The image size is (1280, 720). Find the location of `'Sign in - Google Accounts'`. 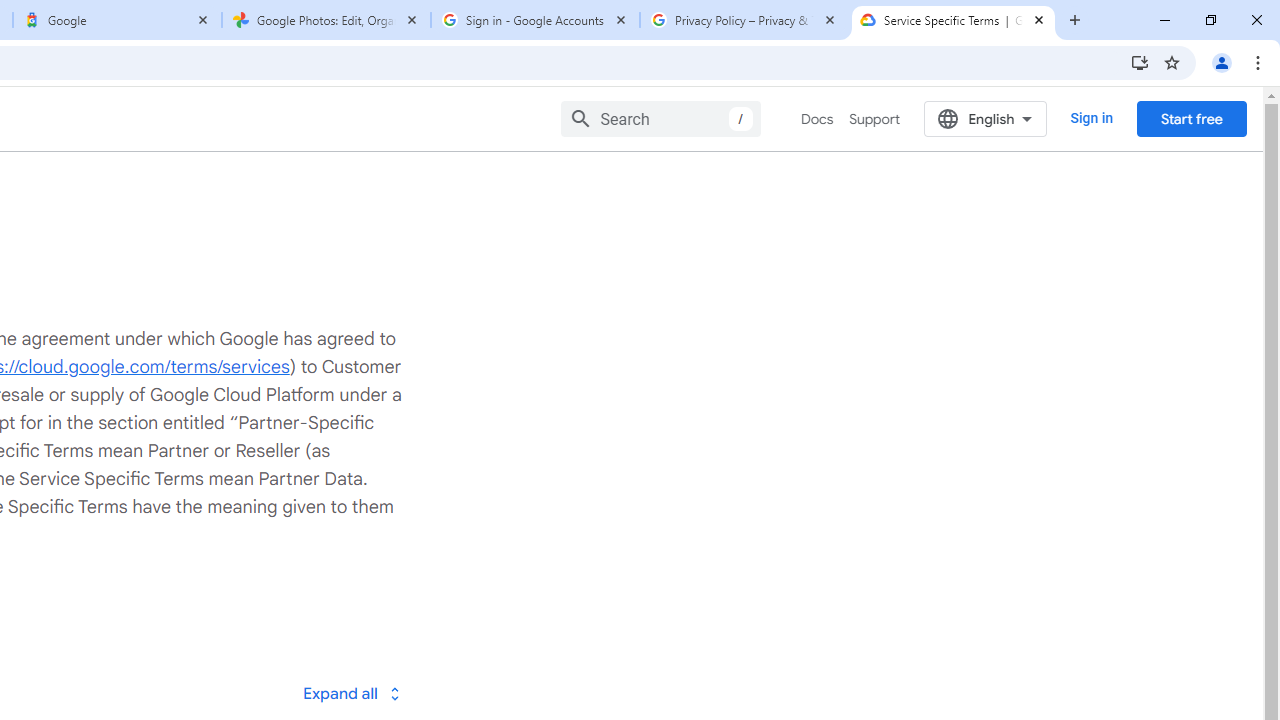

'Sign in - Google Accounts' is located at coordinates (535, 20).